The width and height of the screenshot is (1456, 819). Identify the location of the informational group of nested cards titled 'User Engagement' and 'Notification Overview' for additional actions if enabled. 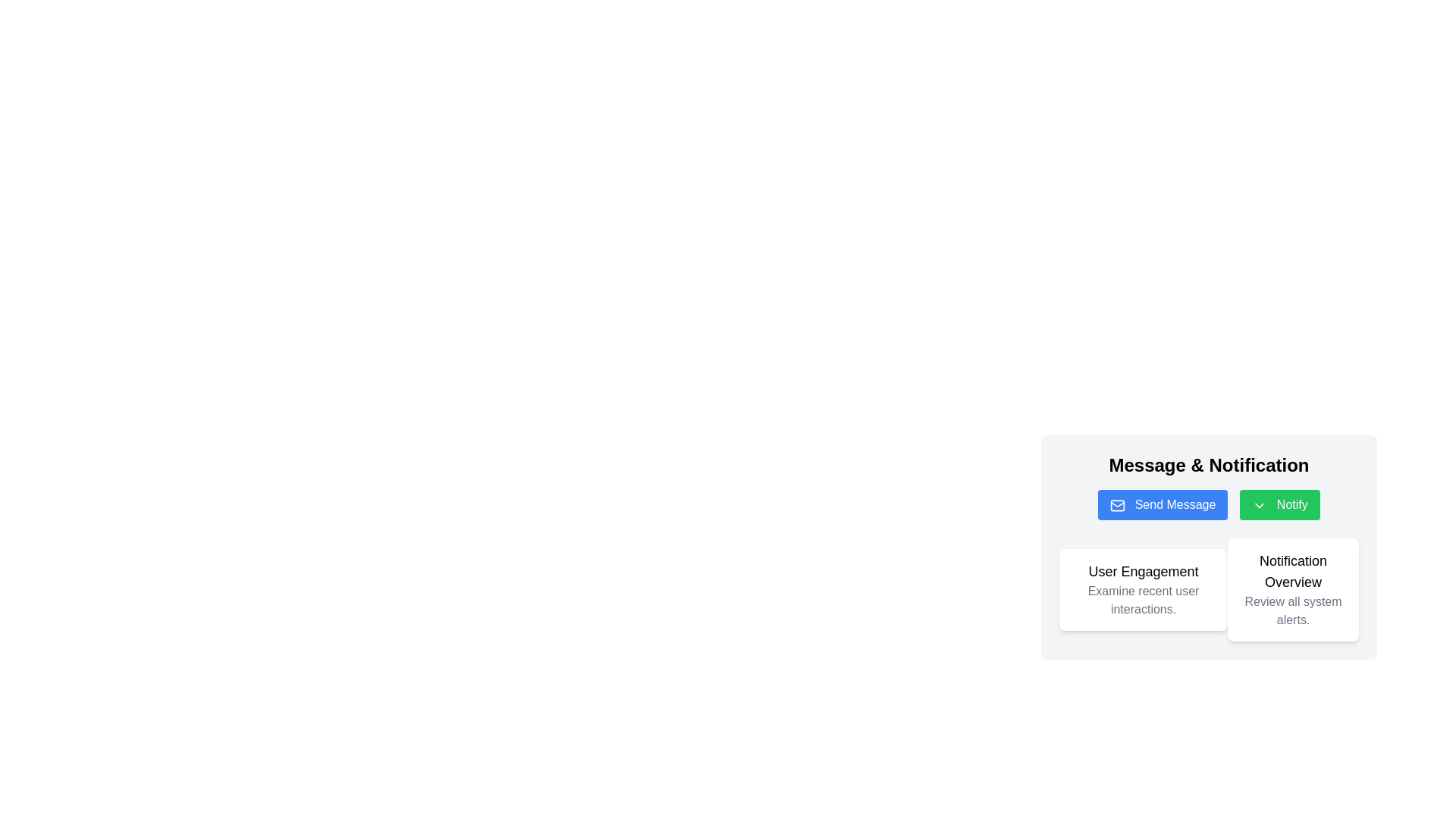
(1208, 589).